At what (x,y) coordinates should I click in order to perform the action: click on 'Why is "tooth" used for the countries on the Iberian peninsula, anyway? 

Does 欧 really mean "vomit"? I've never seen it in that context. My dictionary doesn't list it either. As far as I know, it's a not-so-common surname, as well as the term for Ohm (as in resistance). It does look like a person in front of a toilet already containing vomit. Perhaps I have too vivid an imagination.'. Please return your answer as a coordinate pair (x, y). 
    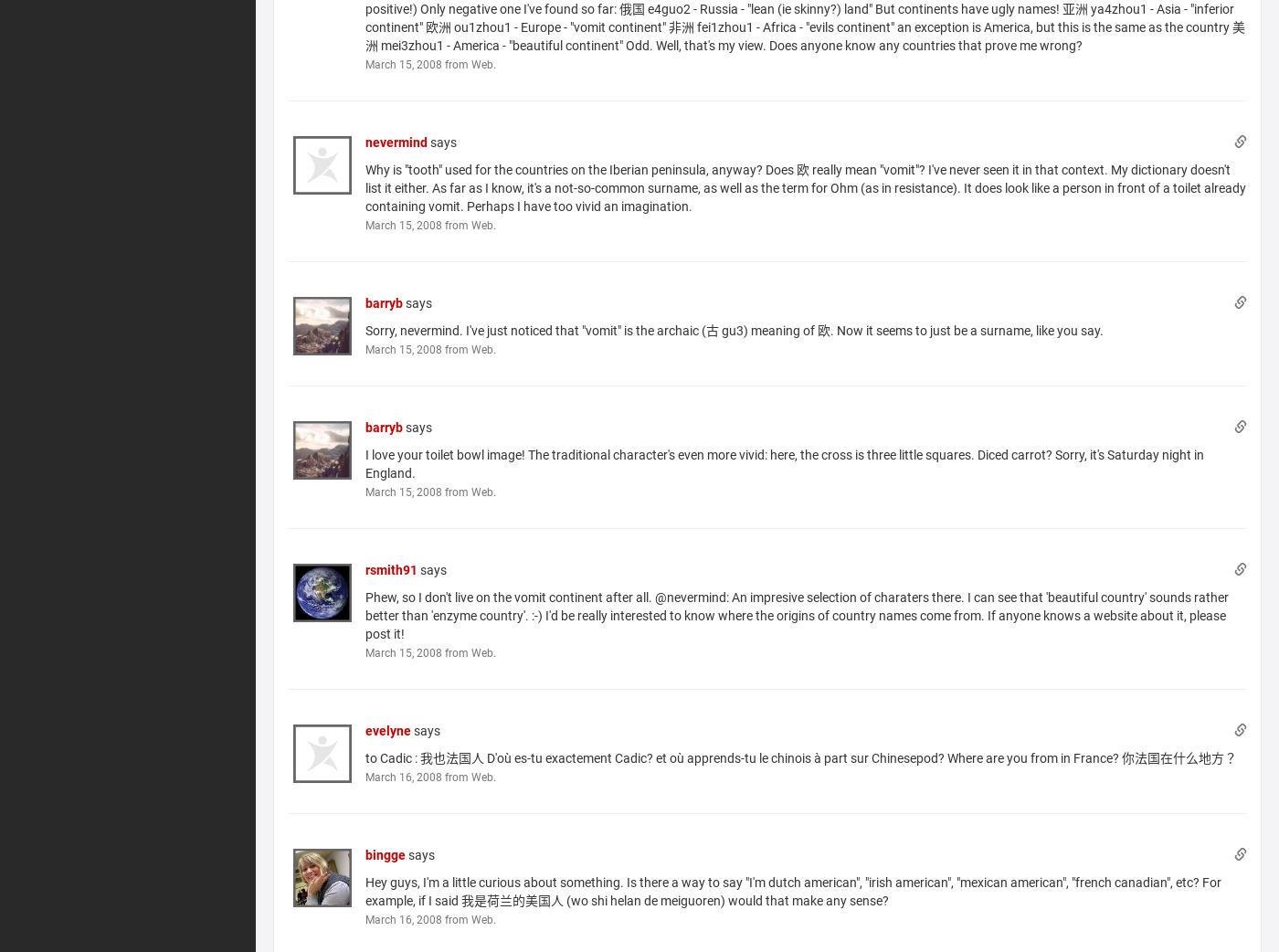
    Looking at the image, I should click on (806, 185).